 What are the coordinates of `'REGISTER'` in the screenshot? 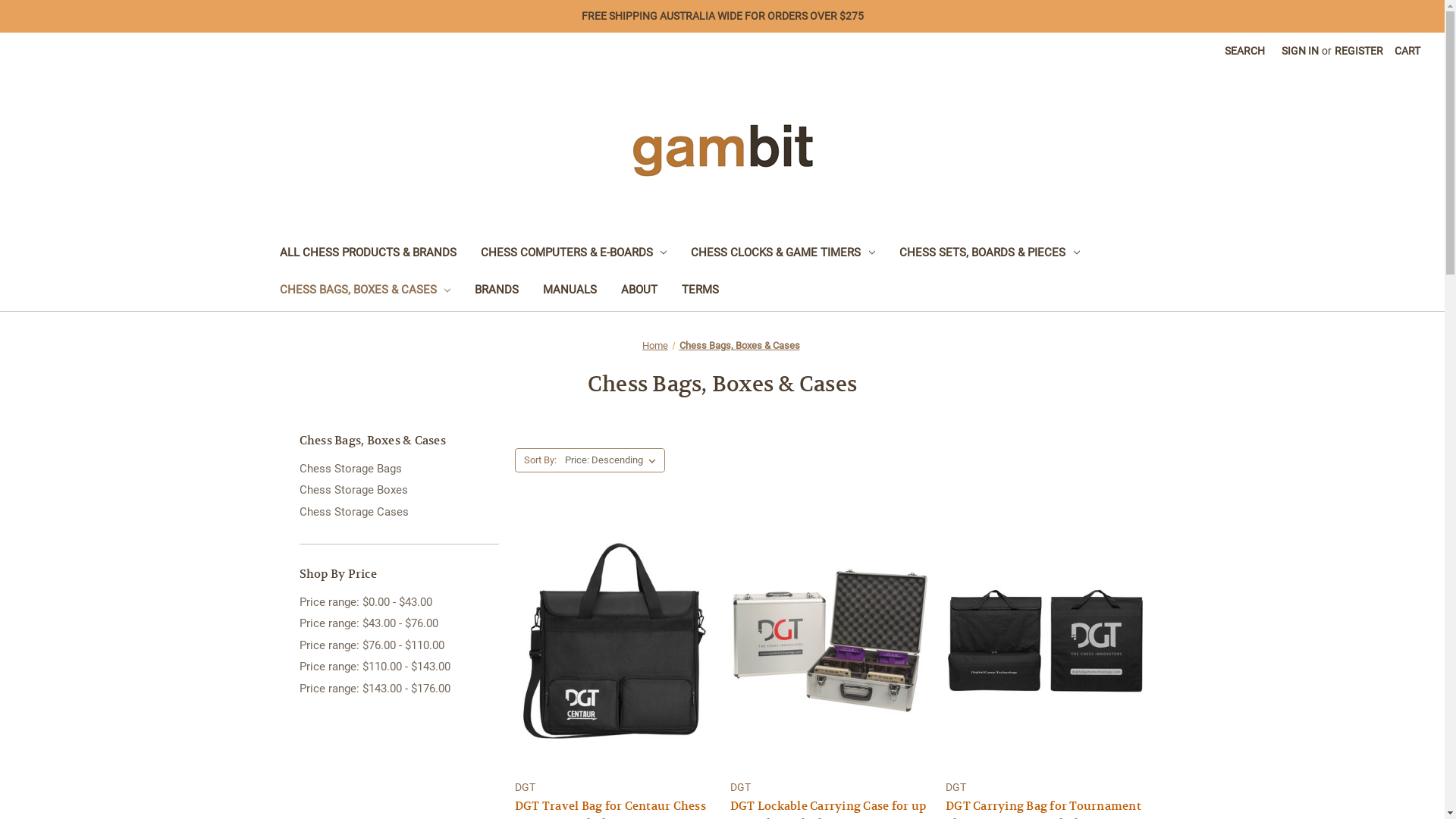 It's located at (1358, 50).